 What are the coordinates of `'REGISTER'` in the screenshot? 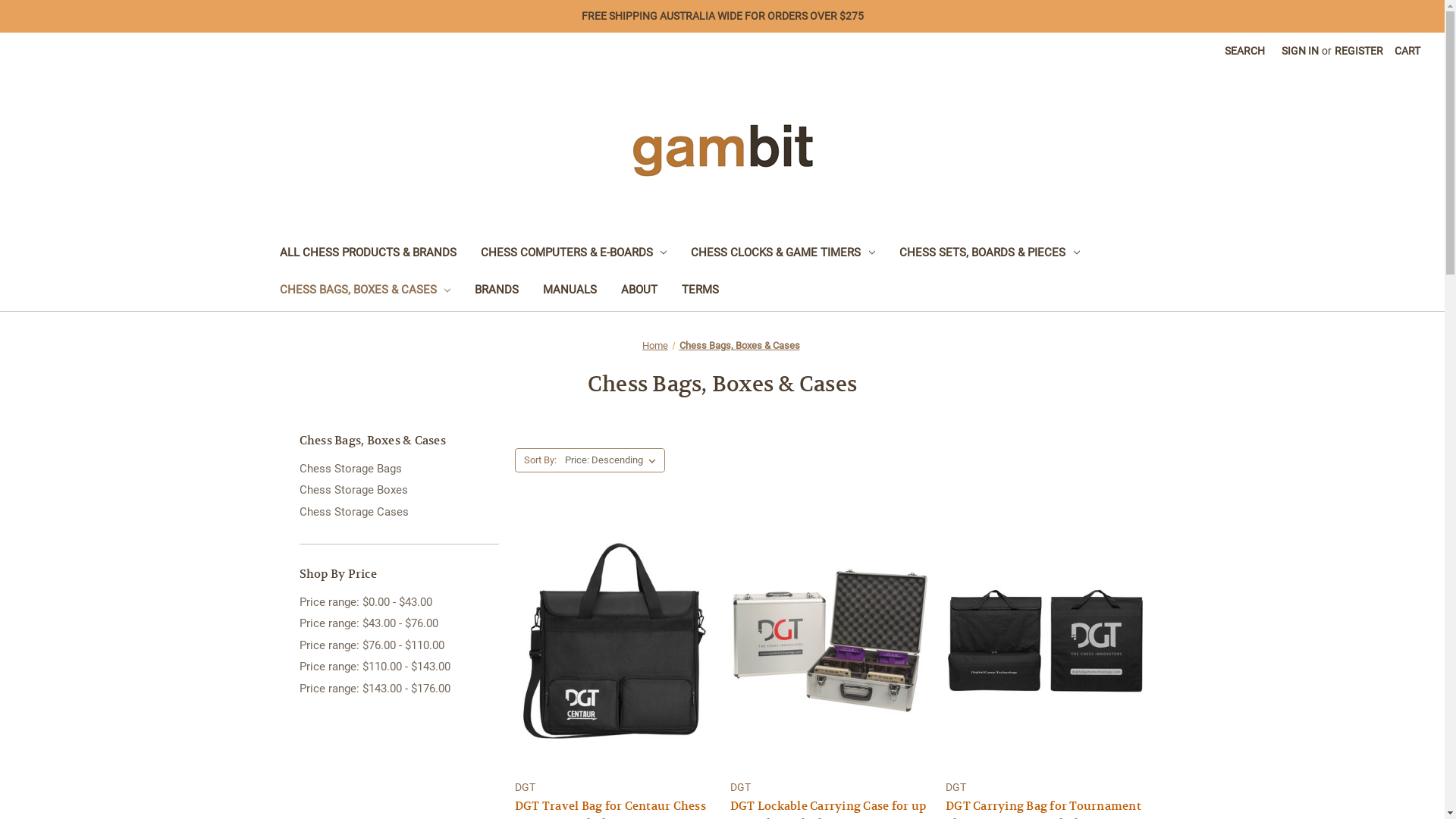 It's located at (1358, 50).